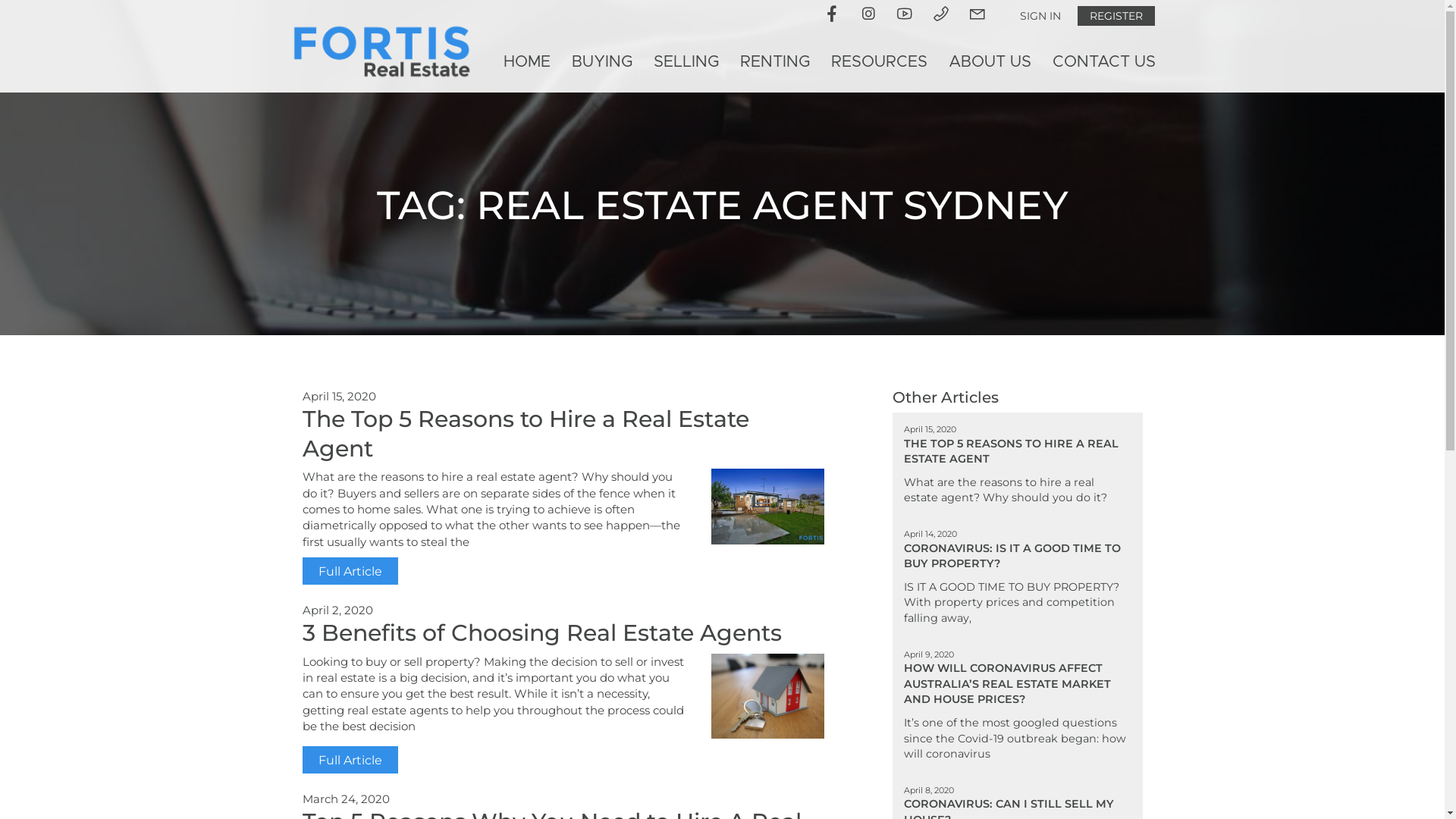  What do you see at coordinates (348, 760) in the screenshot?
I see `'Full Article'` at bounding box center [348, 760].